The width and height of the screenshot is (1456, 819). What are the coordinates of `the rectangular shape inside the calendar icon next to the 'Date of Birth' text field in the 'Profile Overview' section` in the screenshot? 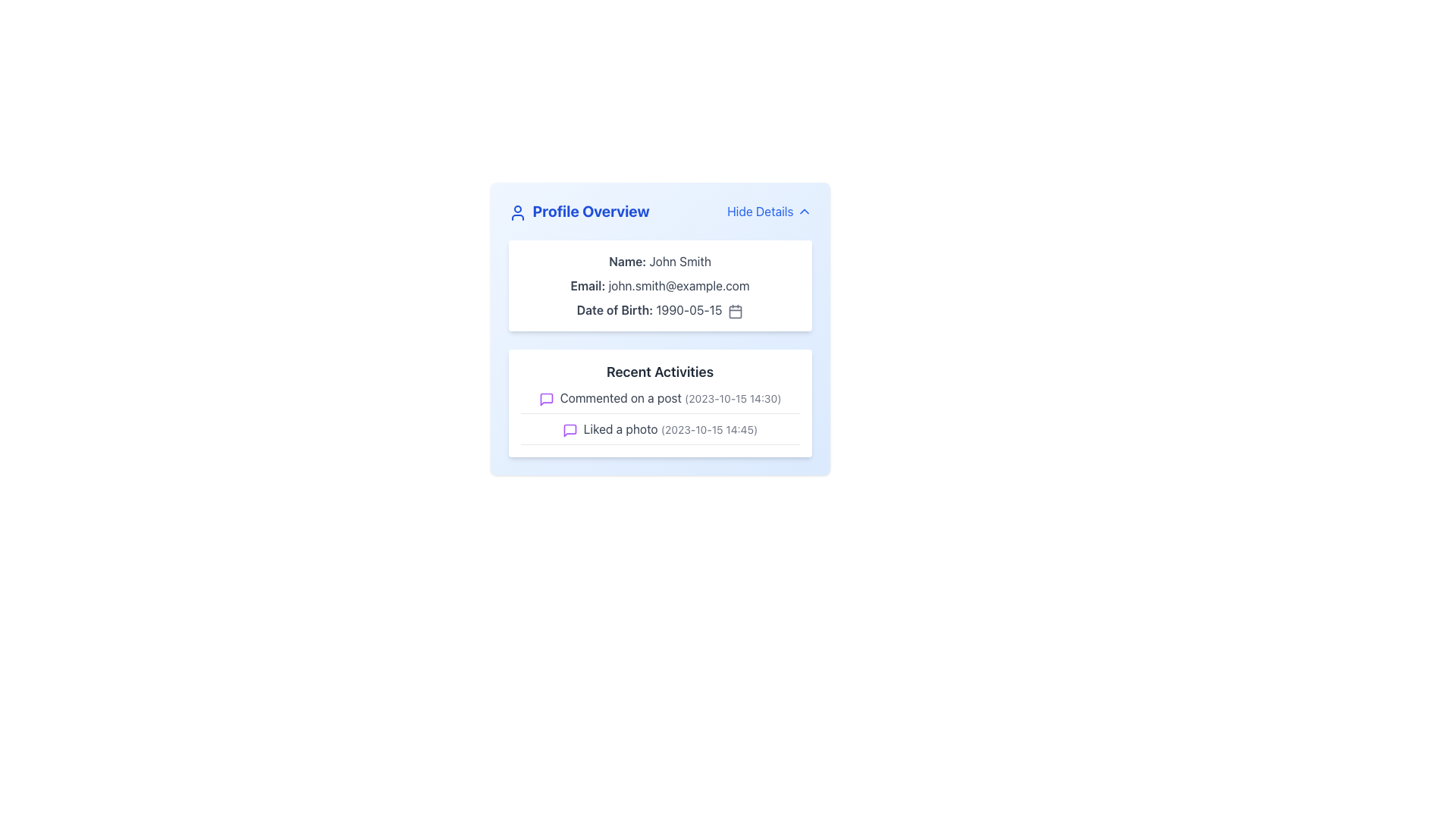 It's located at (736, 311).